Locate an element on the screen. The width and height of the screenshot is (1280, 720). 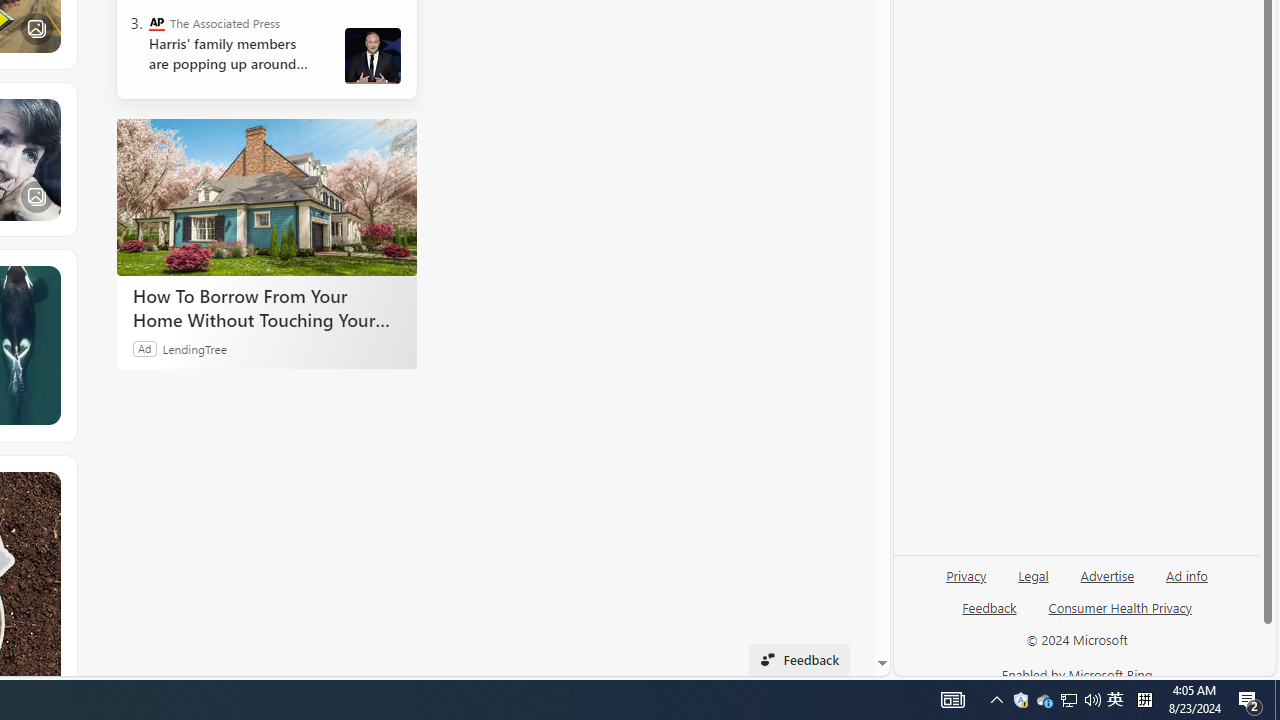
'Privacy' is located at coordinates (966, 574).